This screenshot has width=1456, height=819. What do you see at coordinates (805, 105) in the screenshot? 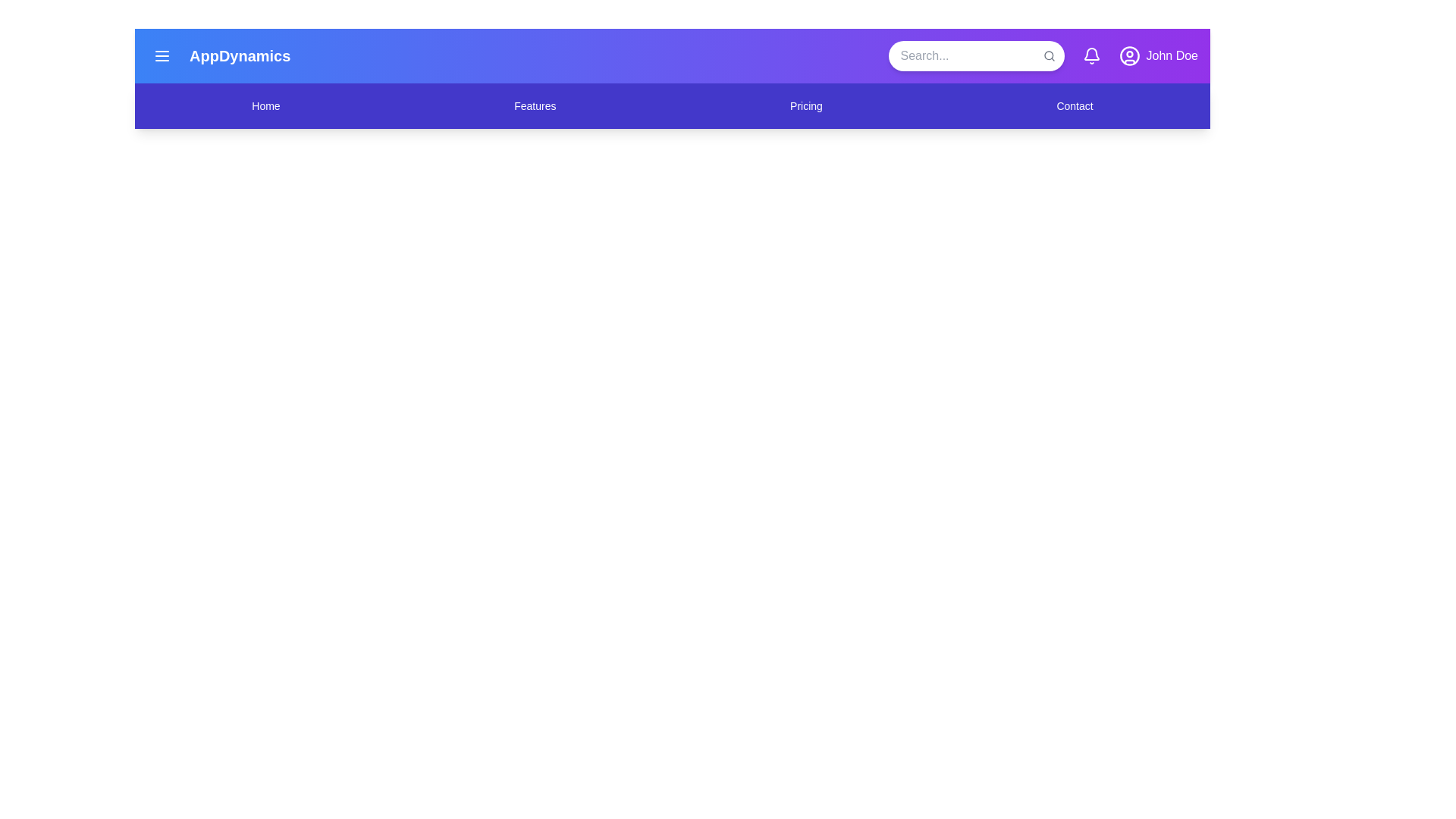
I see `the navigation link labeled Pricing` at bounding box center [805, 105].